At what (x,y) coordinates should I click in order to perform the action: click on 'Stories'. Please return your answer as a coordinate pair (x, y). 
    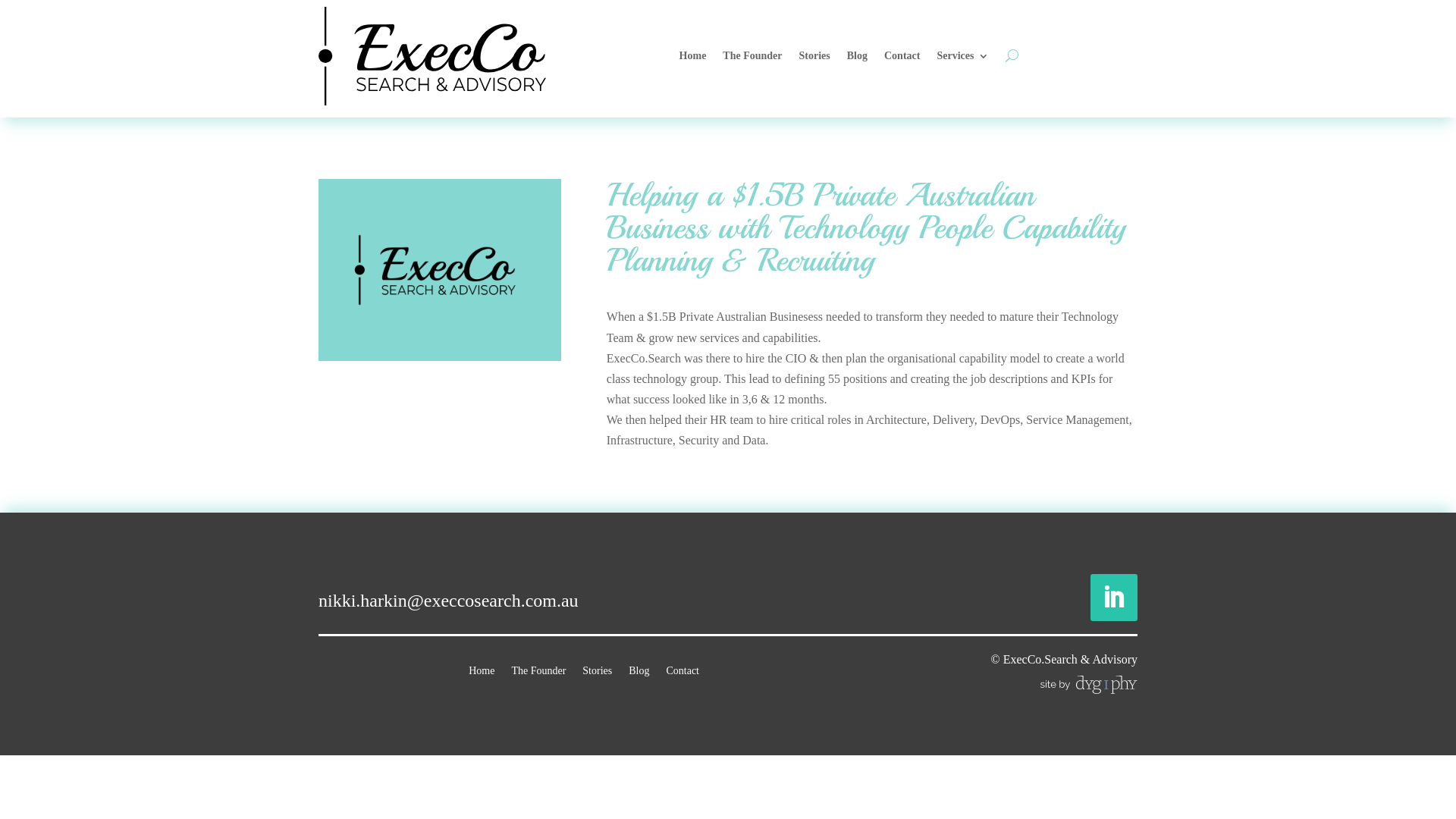
    Looking at the image, I should click on (596, 667).